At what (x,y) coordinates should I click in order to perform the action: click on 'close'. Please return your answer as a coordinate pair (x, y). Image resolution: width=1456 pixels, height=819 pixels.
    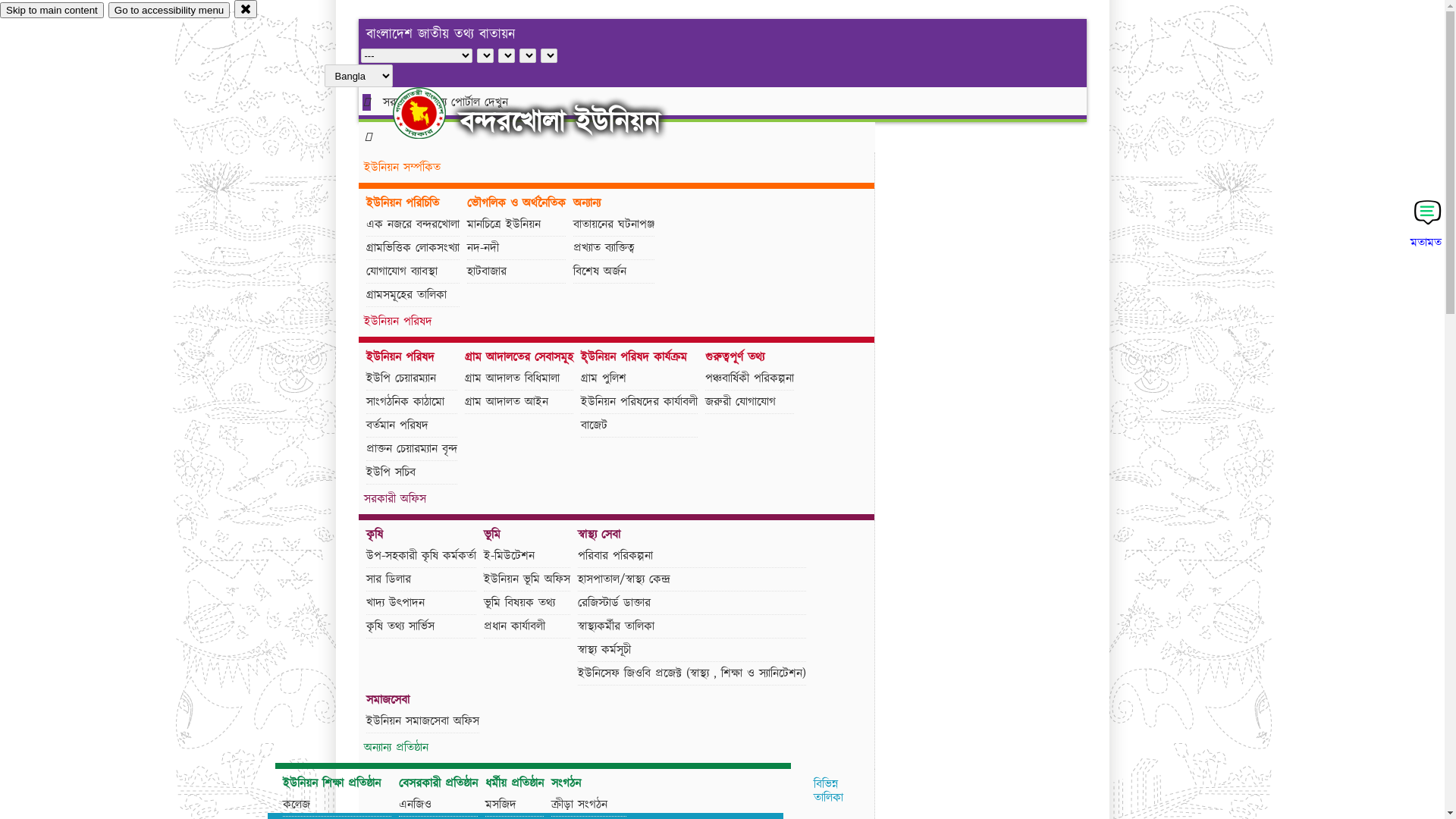
    Looking at the image, I should click on (246, 8).